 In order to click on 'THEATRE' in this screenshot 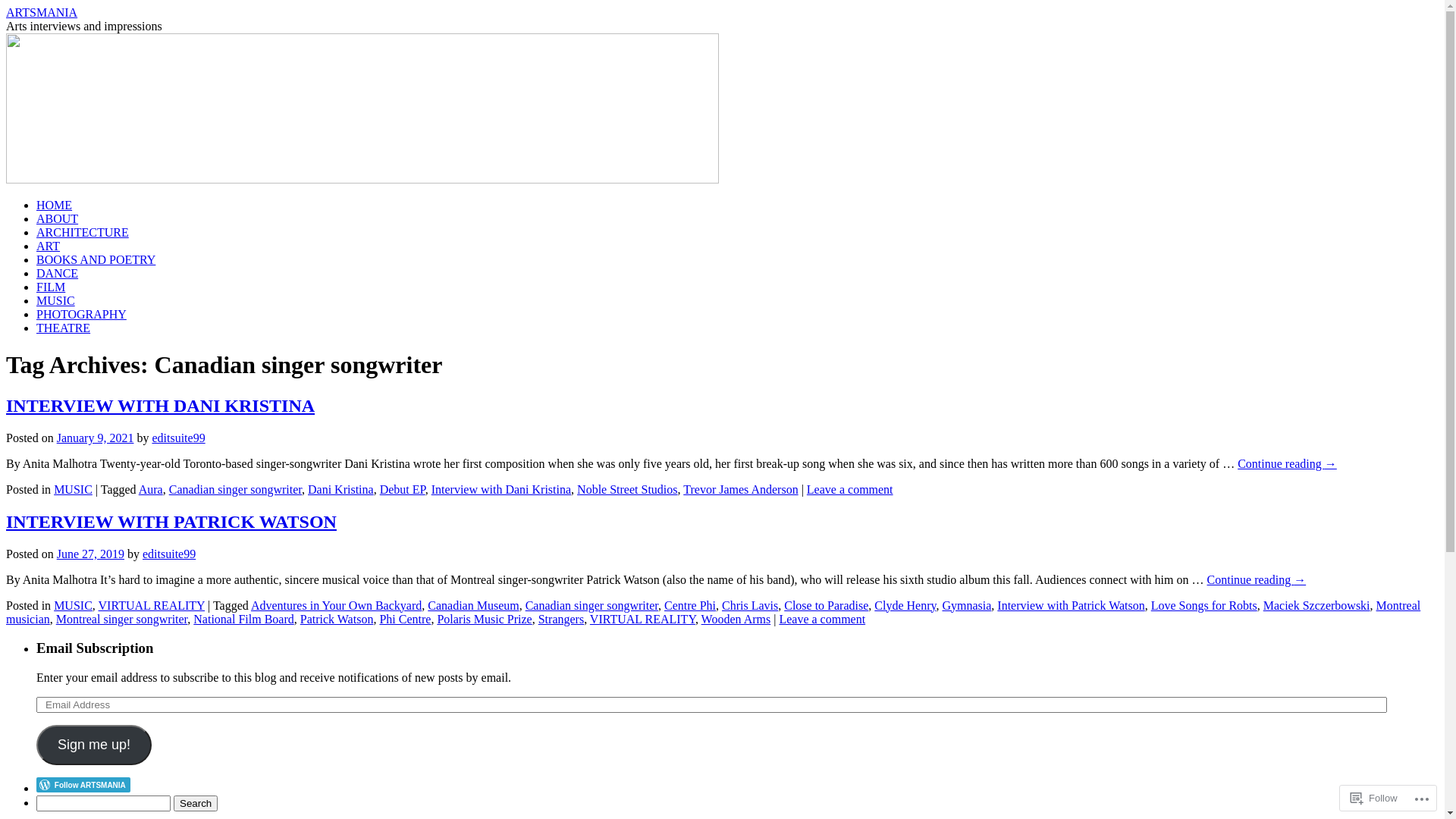, I will do `click(36, 327)`.